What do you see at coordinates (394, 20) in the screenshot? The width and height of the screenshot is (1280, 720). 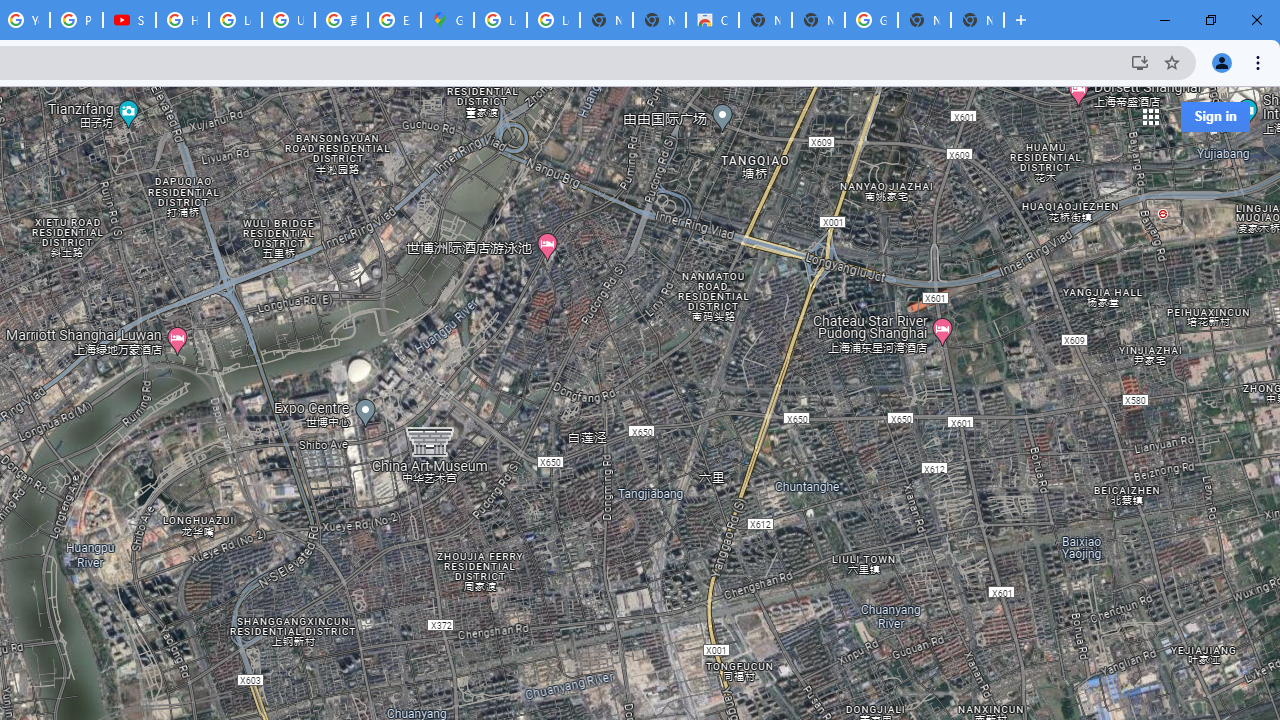 I see `'Explore new street-level details - Google Maps Help'` at bounding box center [394, 20].